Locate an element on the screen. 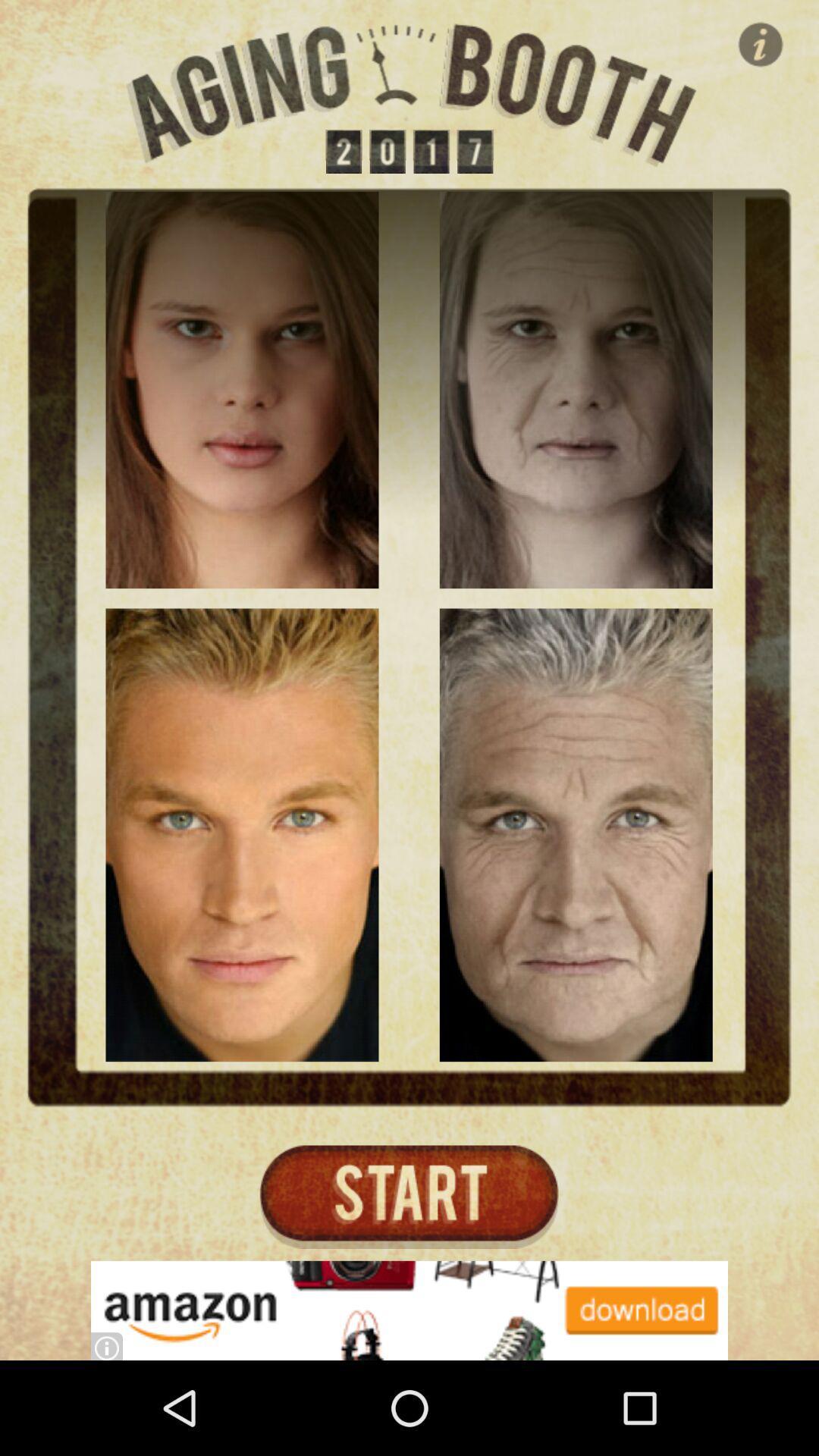 This screenshot has width=819, height=1456. the info icon is located at coordinates (761, 44).